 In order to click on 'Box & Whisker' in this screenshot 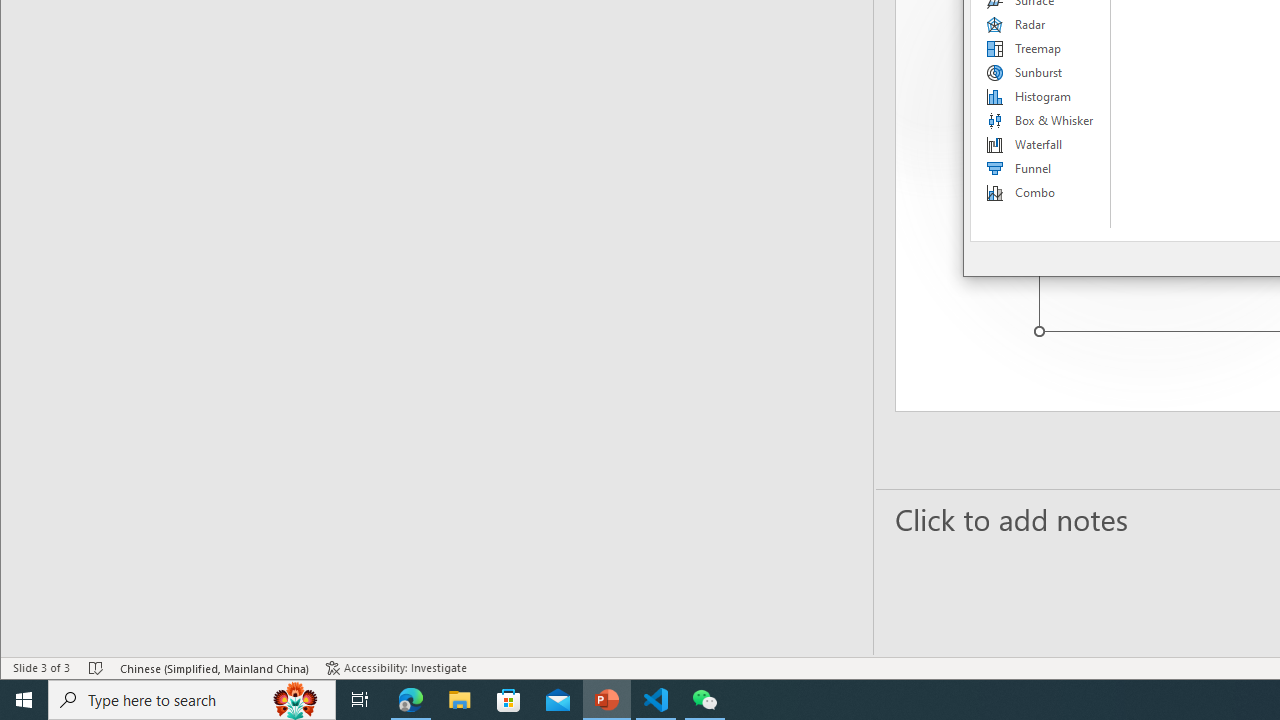, I will do `click(1040, 120)`.